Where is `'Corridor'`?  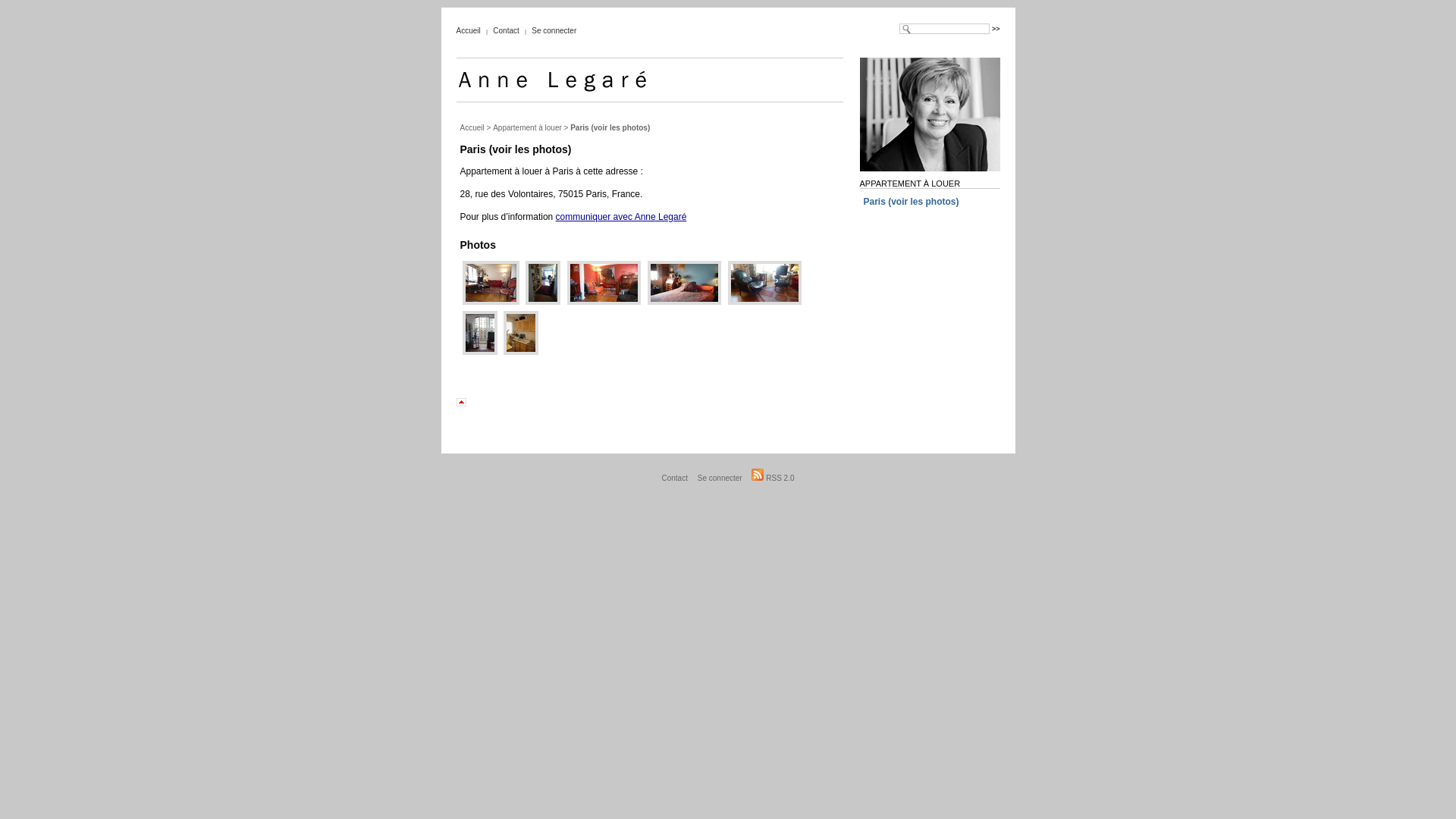 'Corridor' is located at coordinates (523, 302).